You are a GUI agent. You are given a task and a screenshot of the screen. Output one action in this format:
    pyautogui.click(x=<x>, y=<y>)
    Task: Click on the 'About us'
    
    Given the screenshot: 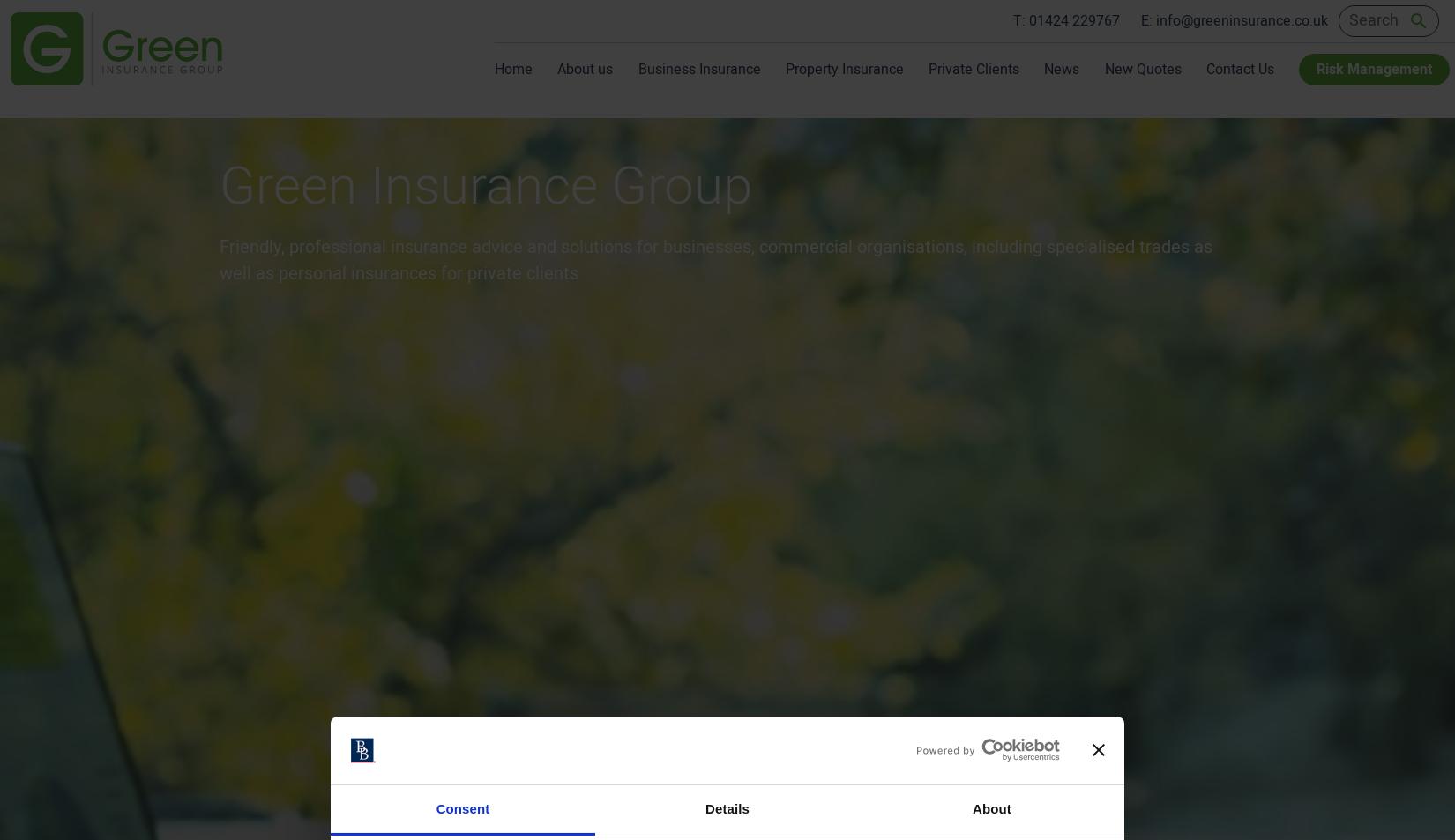 What is the action you would take?
    pyautogui.click(x=584, y=69)
    